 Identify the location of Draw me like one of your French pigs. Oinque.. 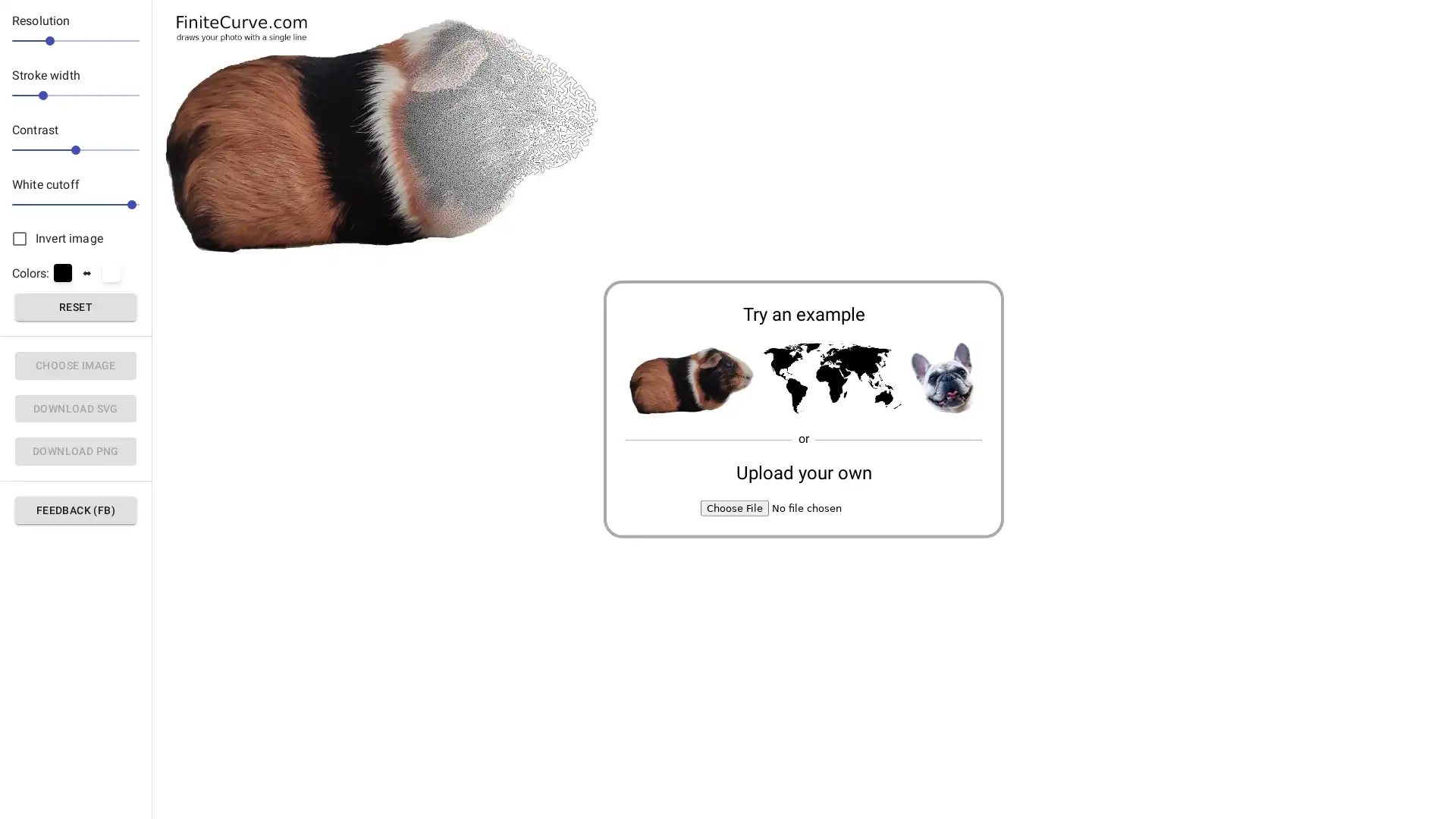
(689, 378).